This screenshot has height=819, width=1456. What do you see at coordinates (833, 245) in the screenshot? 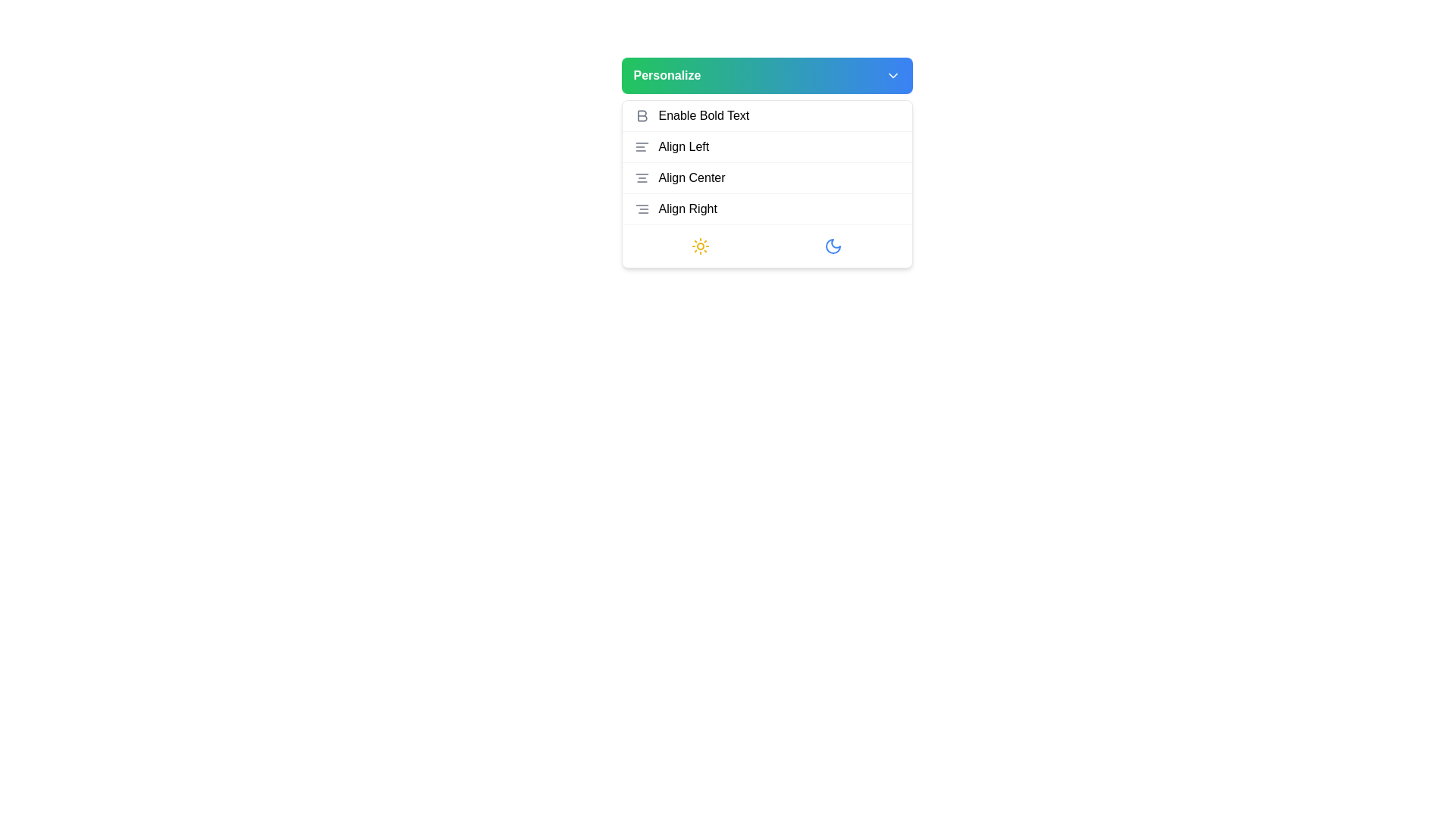
I see `the moon icon located in the menu settings section, adjacent to the lightbulb icon` at bounding box center [833, 245].